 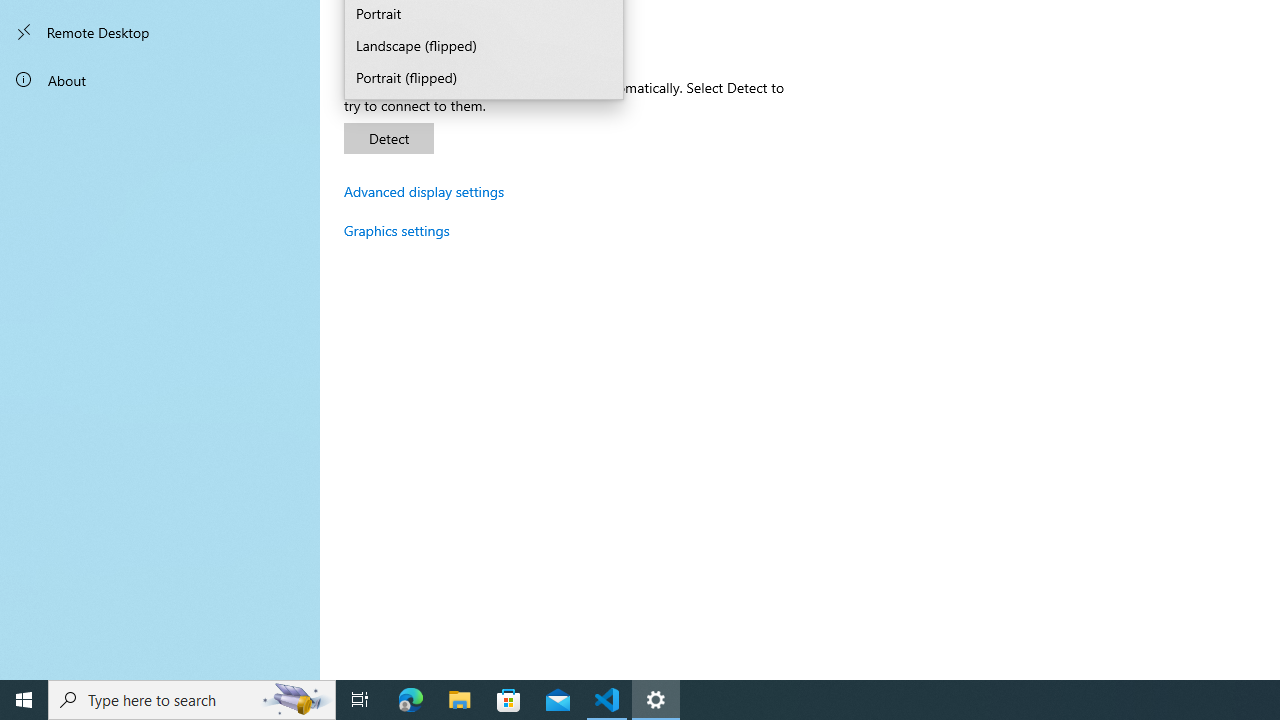 What do you see at coordinates (423, 191) in the screenshot?
I see `'Advanced display settings'` at bounding box center [423, 191].